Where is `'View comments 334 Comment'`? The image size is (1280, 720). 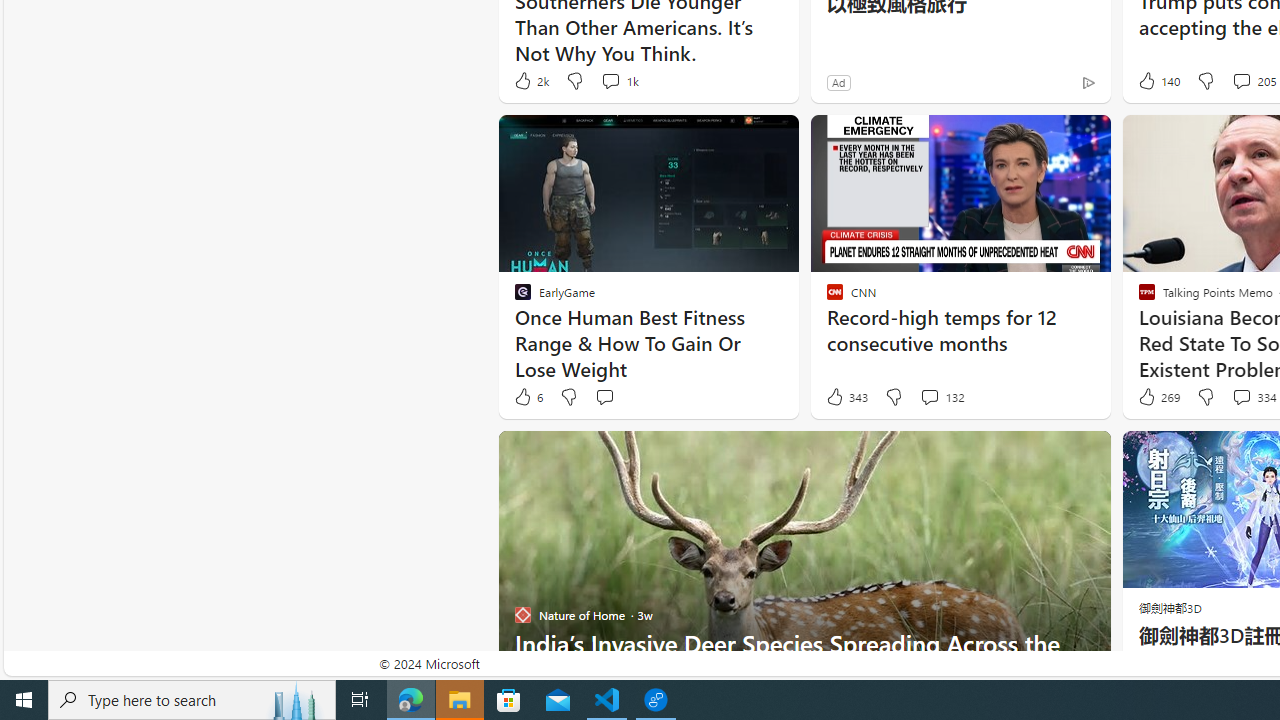 'View comments 334 Comment' is located at coordinates (1240, 397).